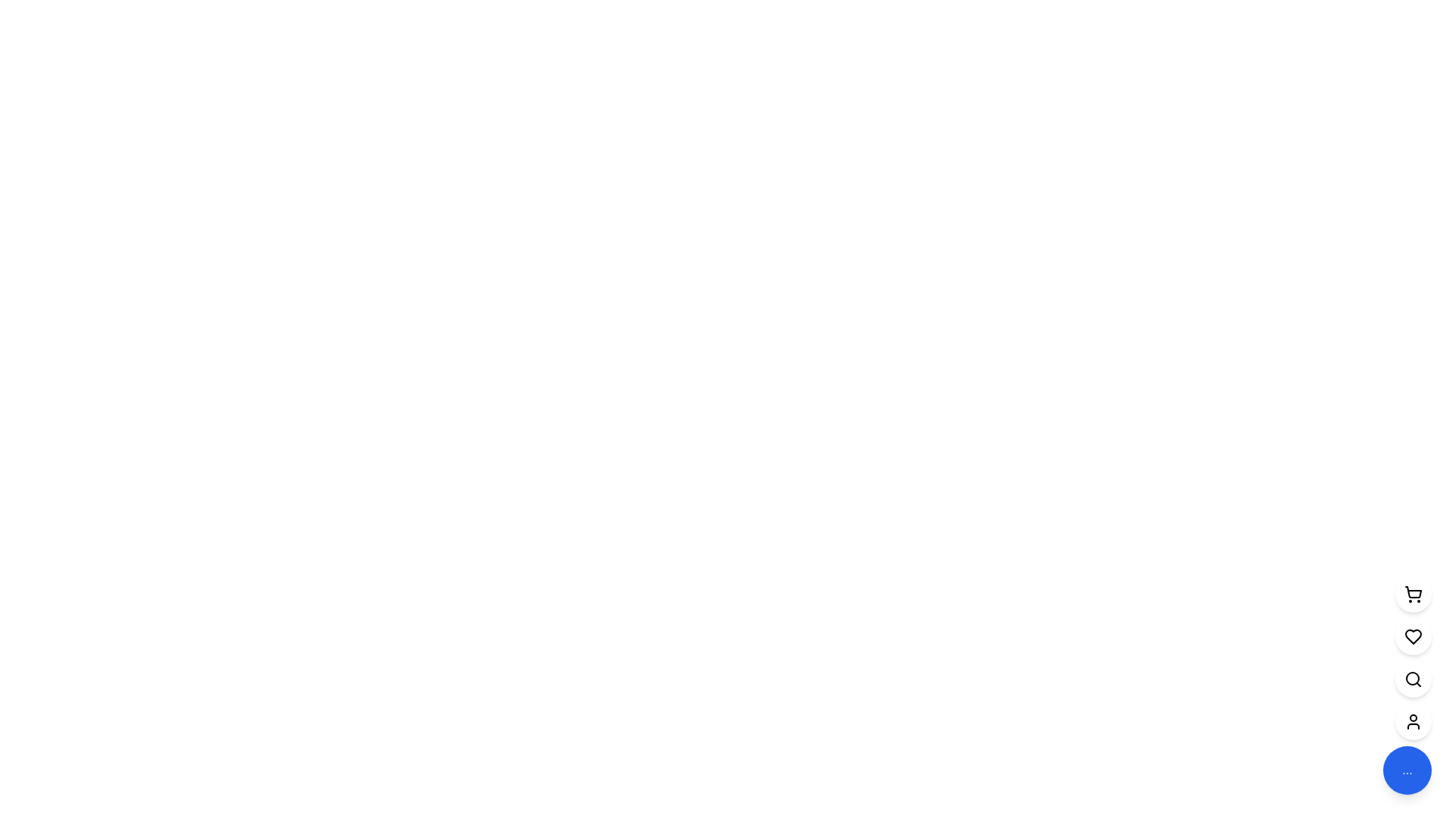  I want to click on the third button in a vertical stack of circular icons located in the bottom-right corner of the interface, so click(1407, 685).